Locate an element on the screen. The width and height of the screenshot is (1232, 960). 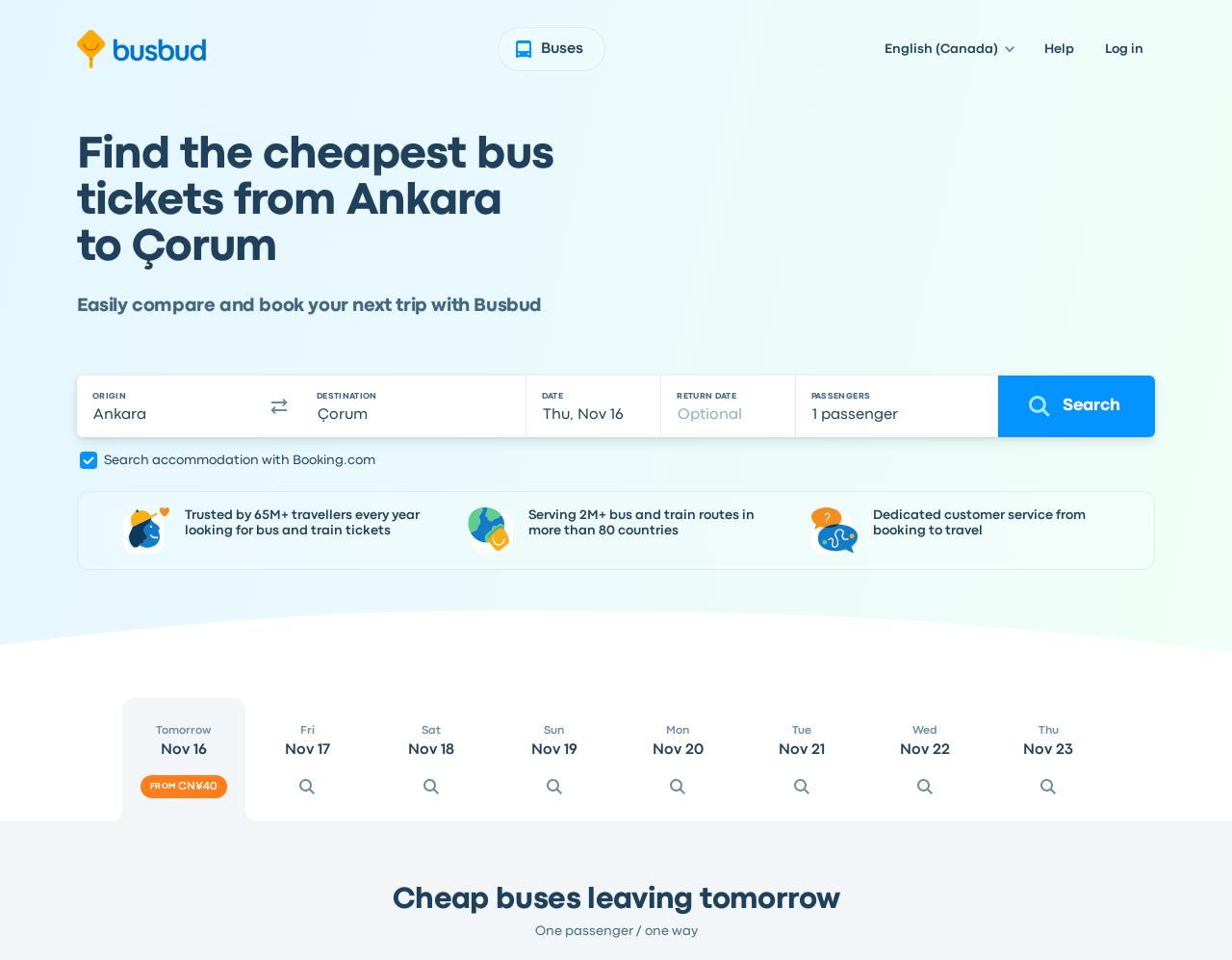
'Search' is located at coordinates (1091, 404).